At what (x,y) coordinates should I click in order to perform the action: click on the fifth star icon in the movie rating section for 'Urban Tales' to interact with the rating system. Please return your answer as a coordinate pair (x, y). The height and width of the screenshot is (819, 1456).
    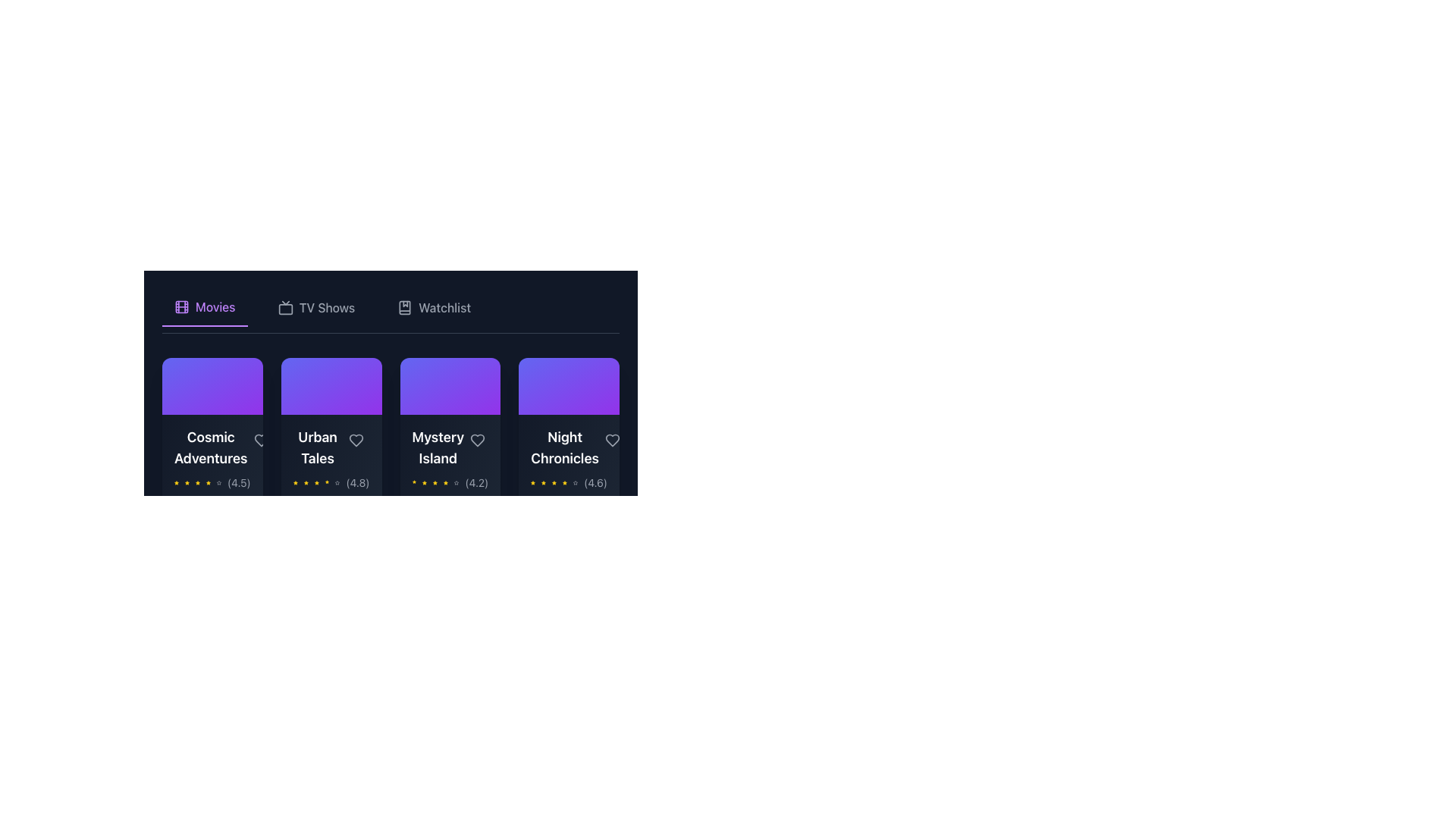
    Looking at the image, I should click on (337, 482).